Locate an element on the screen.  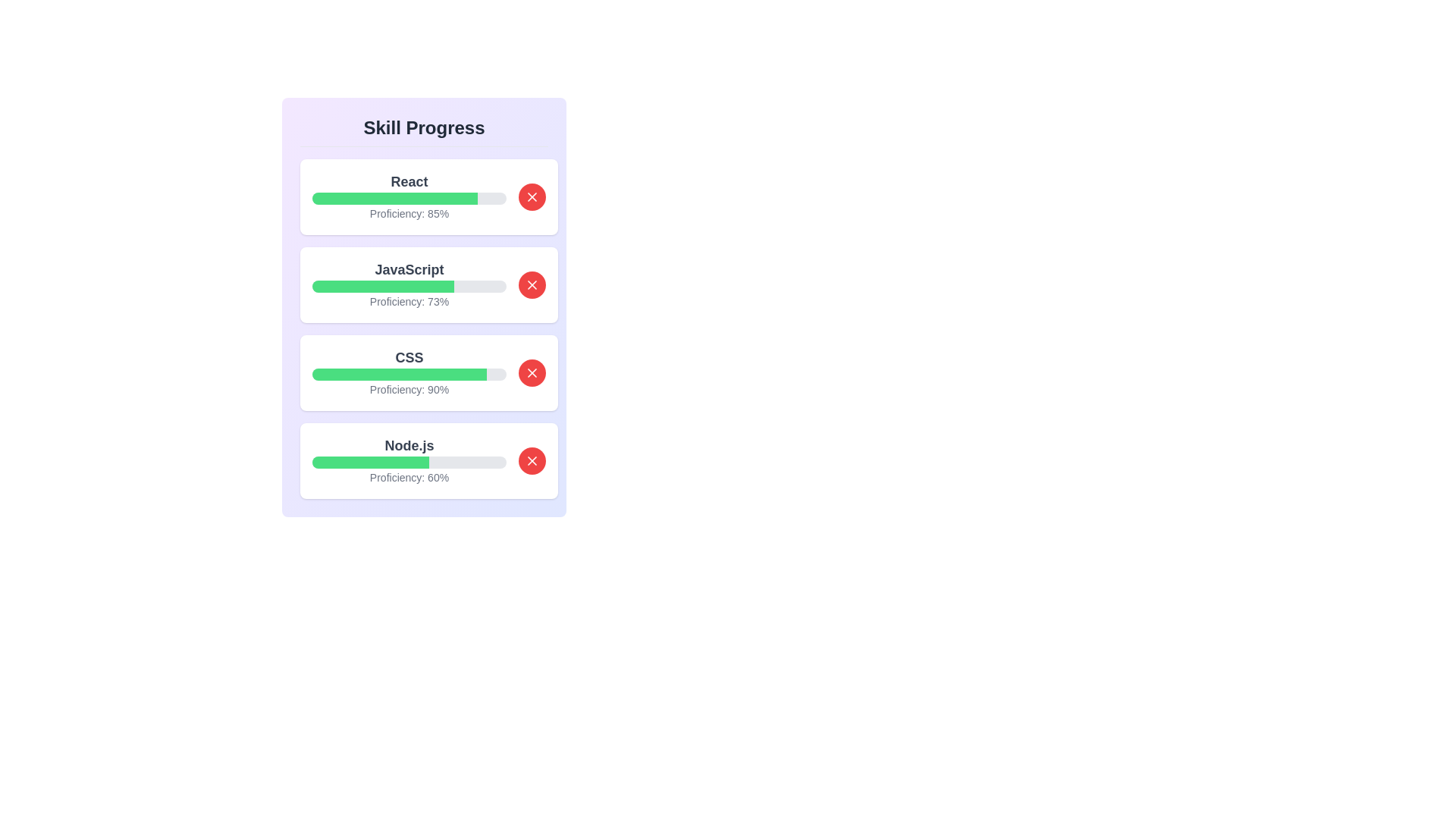
remove button for the skill React is located at coordinates (532, 196).